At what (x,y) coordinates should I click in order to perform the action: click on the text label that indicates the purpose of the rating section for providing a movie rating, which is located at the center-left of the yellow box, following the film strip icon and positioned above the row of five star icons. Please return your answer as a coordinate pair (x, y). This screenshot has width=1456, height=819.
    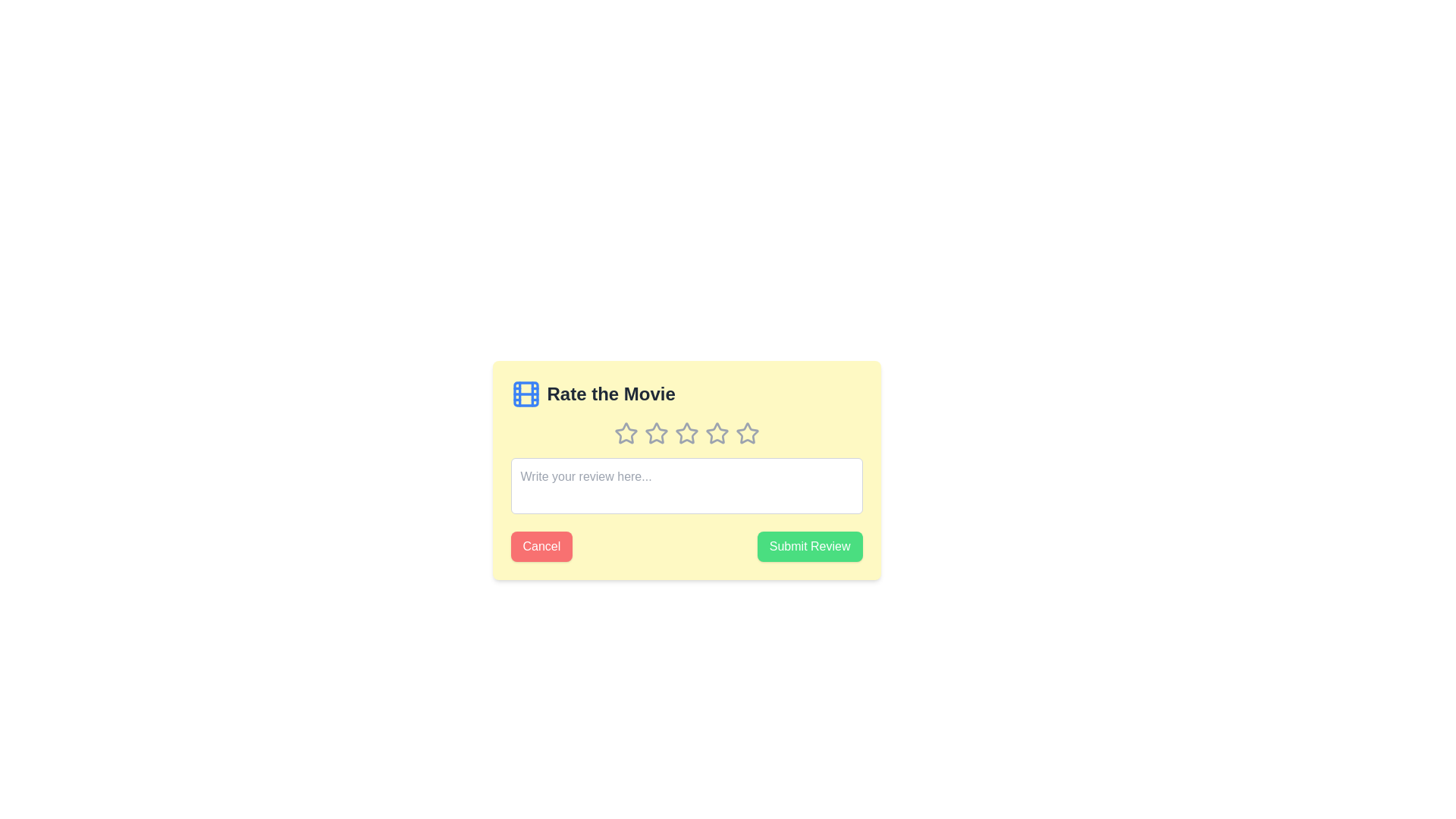
    Looking at the image, I should click on (611, 394).